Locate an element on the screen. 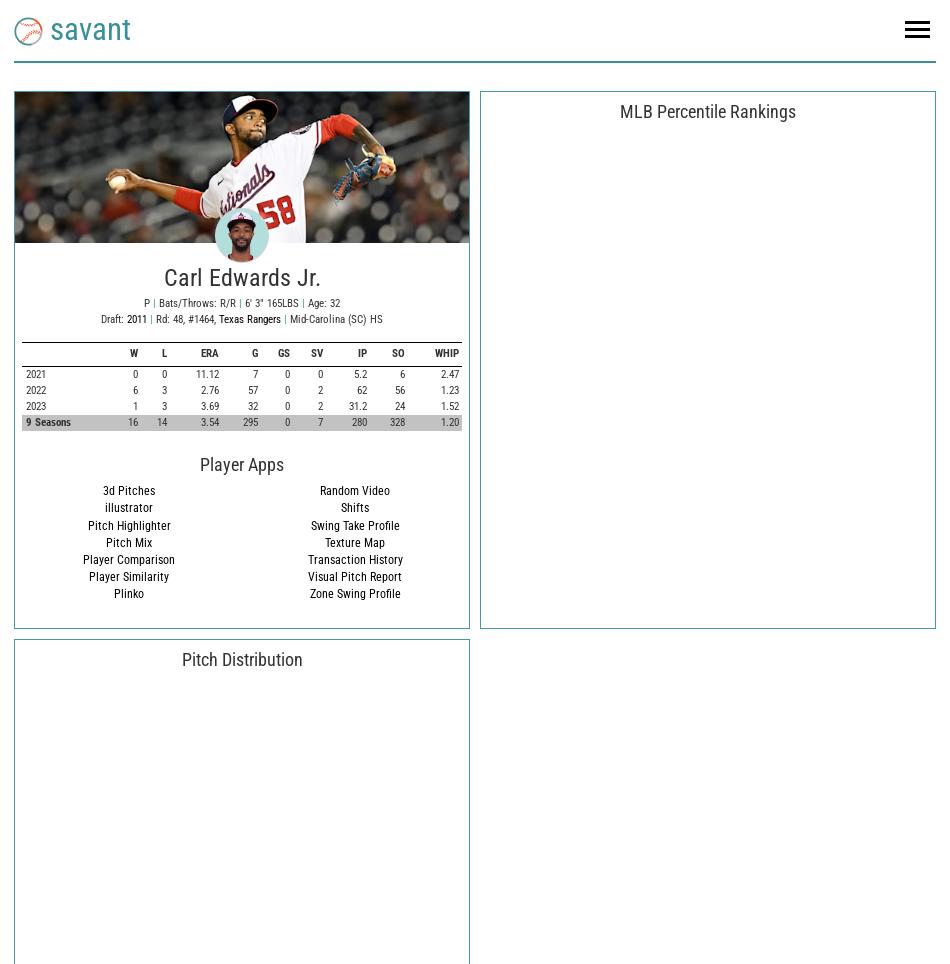 The width and height of the screenshot is (950, 964). '2.47' is located at coordinates (447, 373).